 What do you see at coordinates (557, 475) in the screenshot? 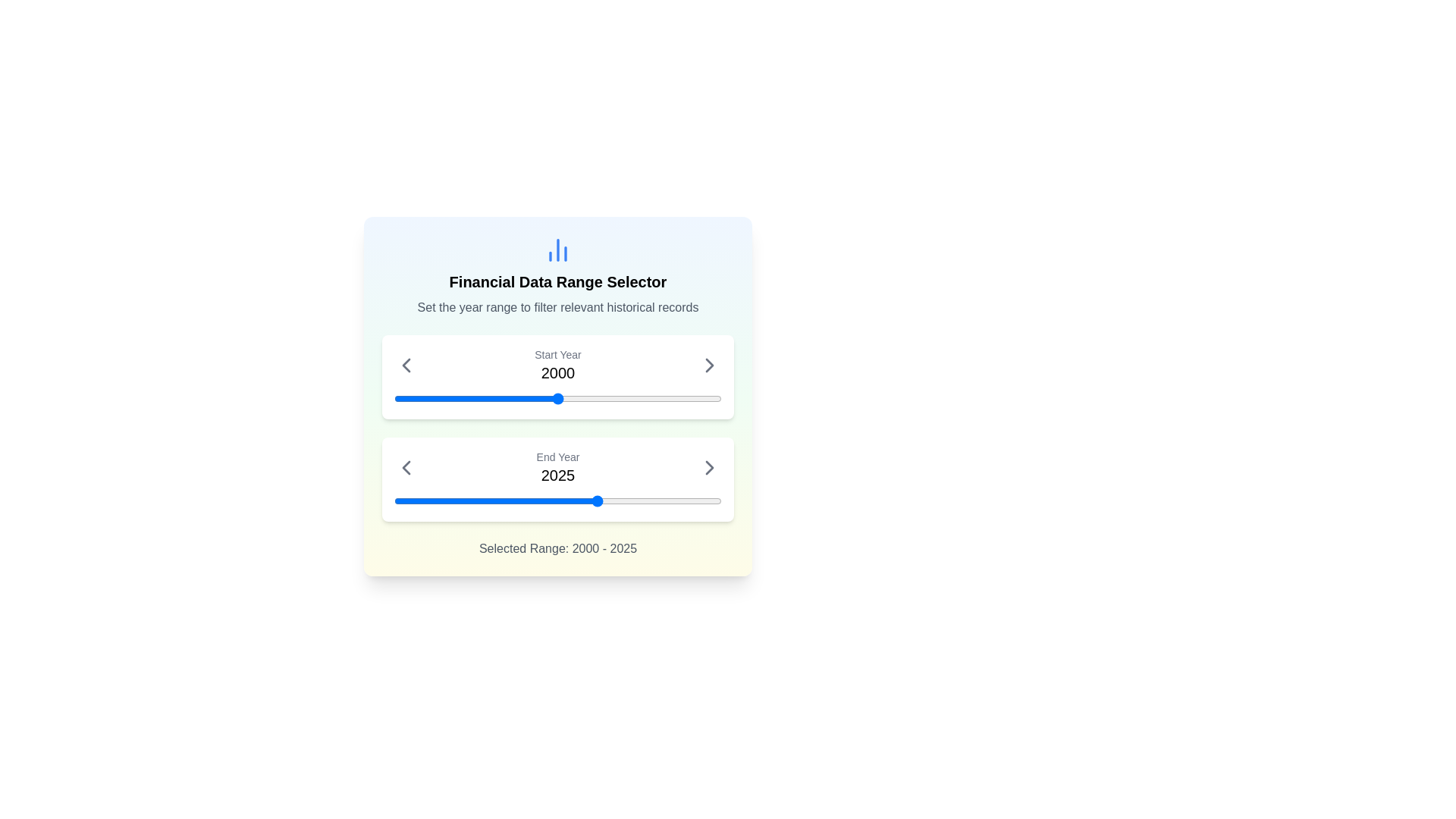
I see `the text displaying the year '2025', which is prominently styled in a large, bold, black font and is located centrally within the 'End Year' frame, directly below the 'Start Year' frame` at bounding box center [557, 475].